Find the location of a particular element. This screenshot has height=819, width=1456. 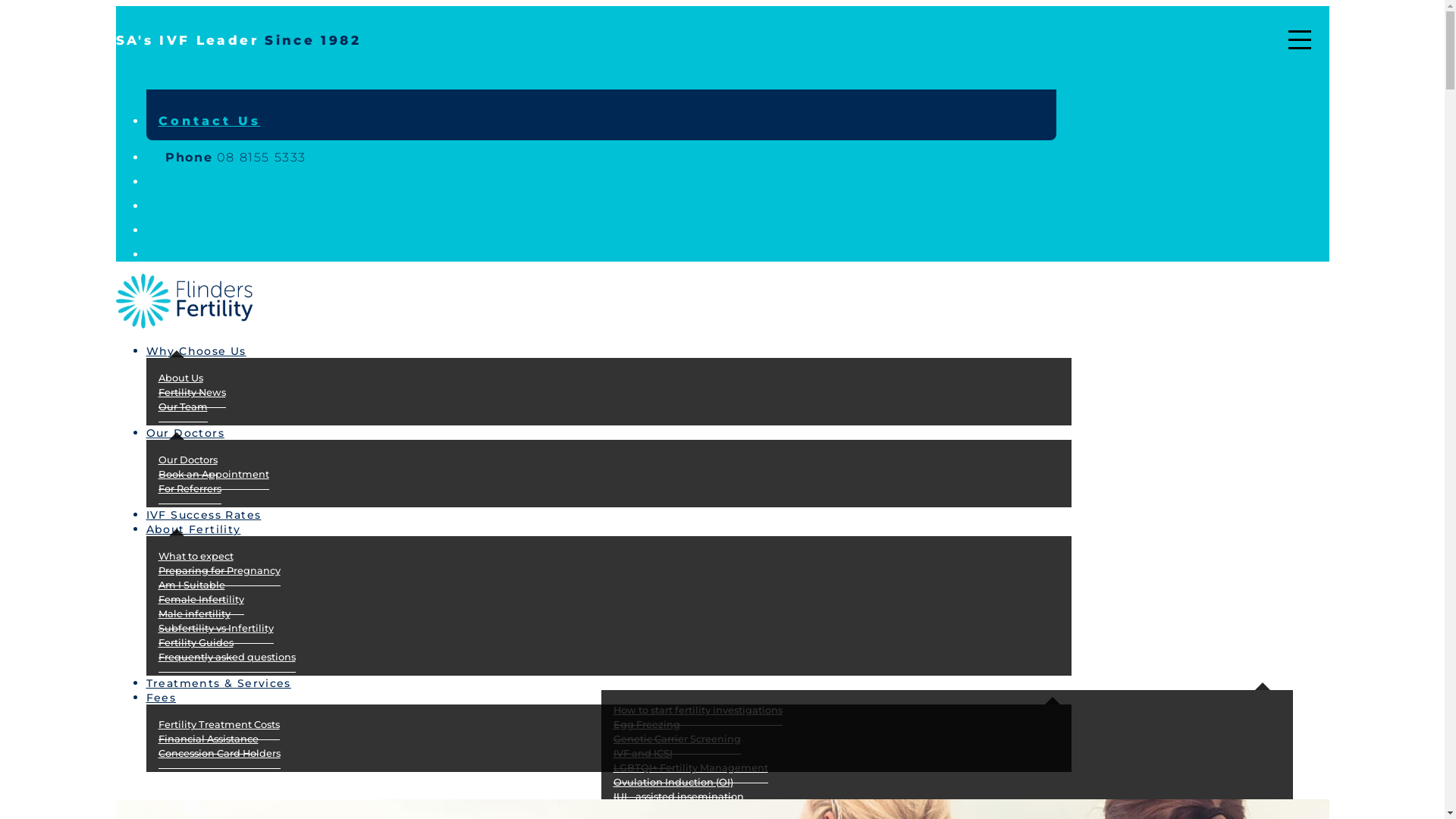

'Male infertility' is located at coordinates (193, 614).